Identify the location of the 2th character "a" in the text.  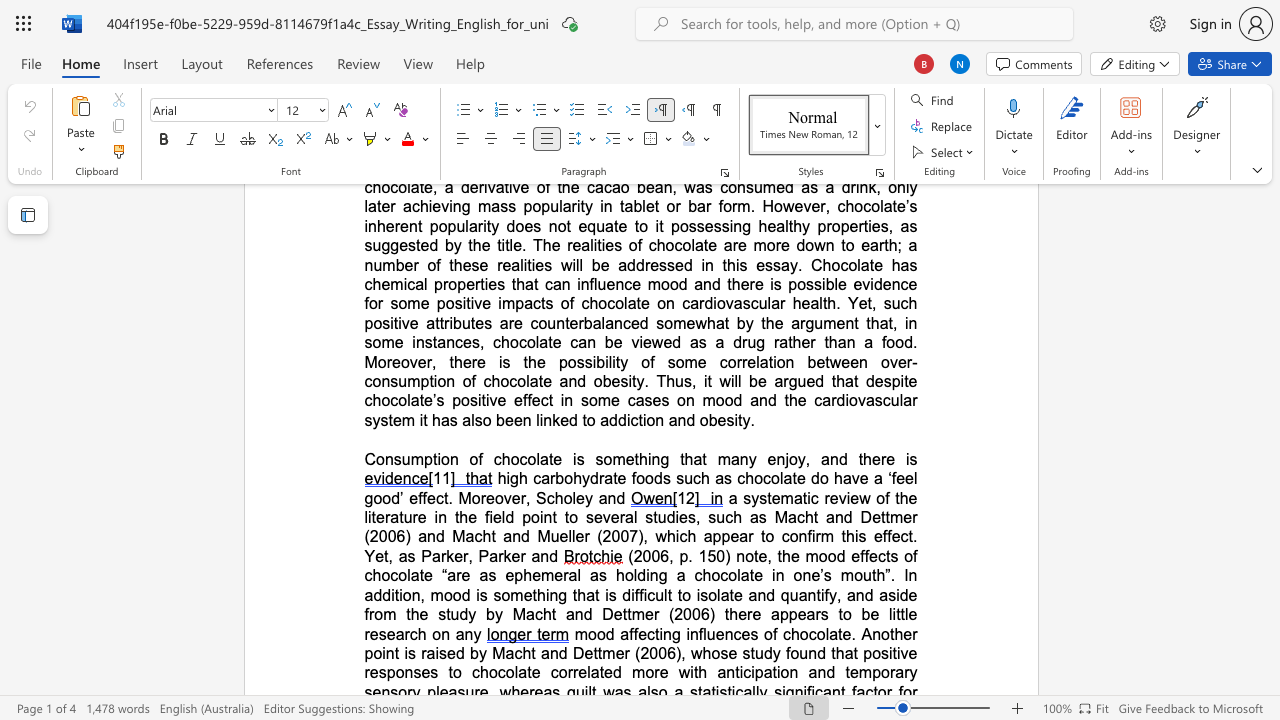
(465, 419).